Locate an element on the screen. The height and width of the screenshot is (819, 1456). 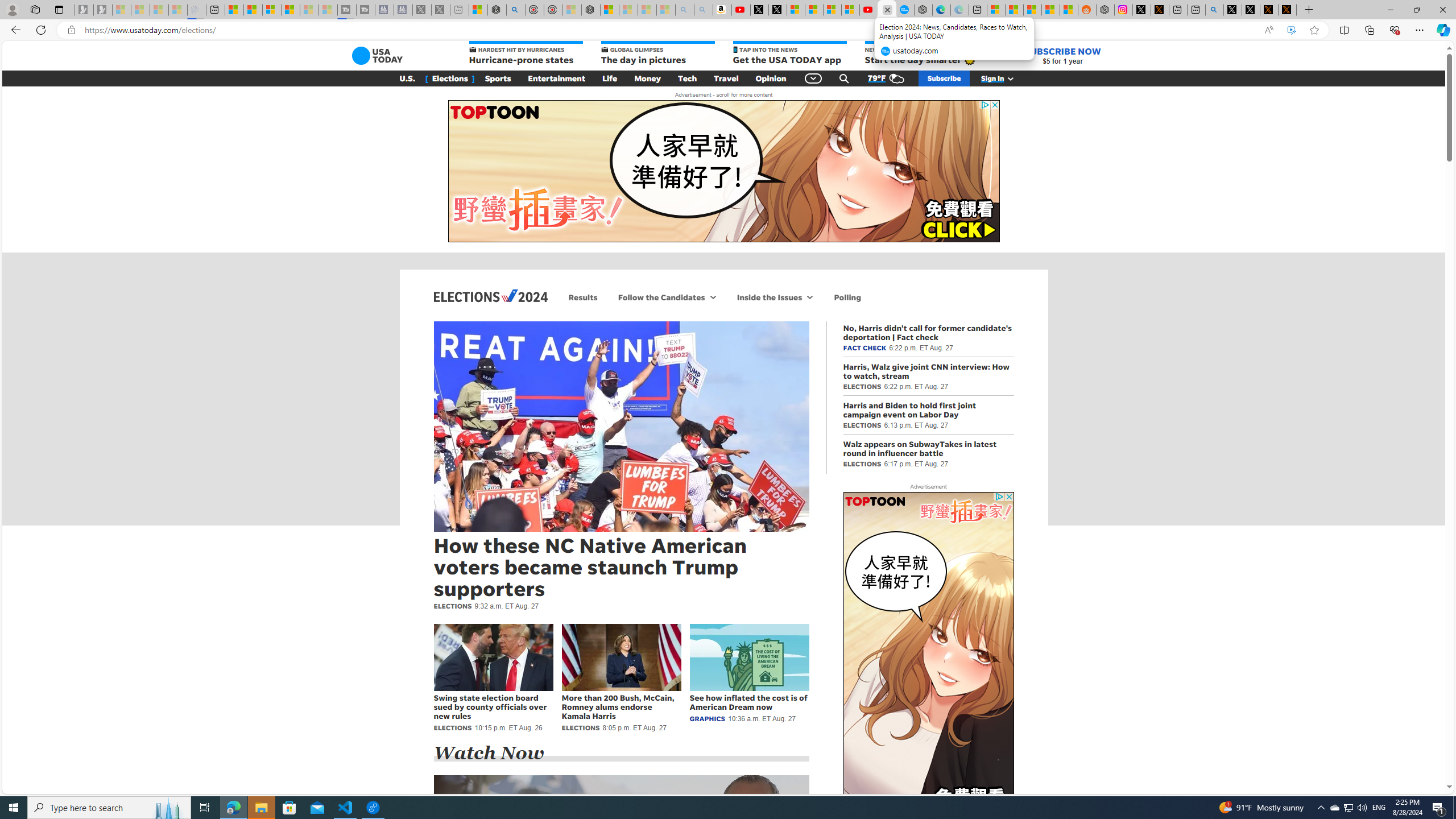
'Tech' is located at coordinates (686, 78).